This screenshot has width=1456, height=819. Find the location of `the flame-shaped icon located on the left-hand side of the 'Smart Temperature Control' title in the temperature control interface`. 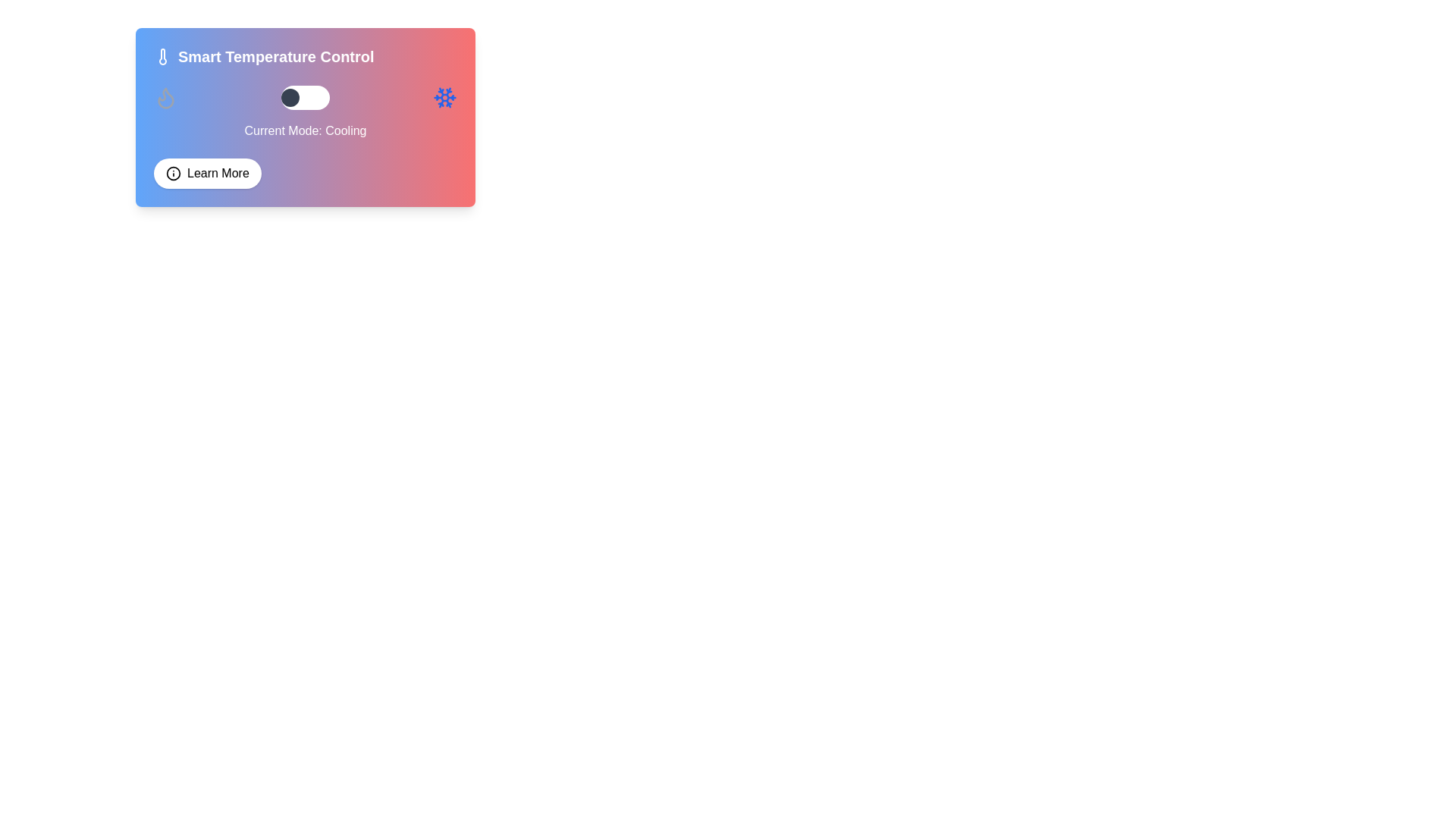

the flame-shaped icon located on the left-hand side of the 'Smart Temperature Control' title in the temperature control interface is located at coordinates (166, 97).